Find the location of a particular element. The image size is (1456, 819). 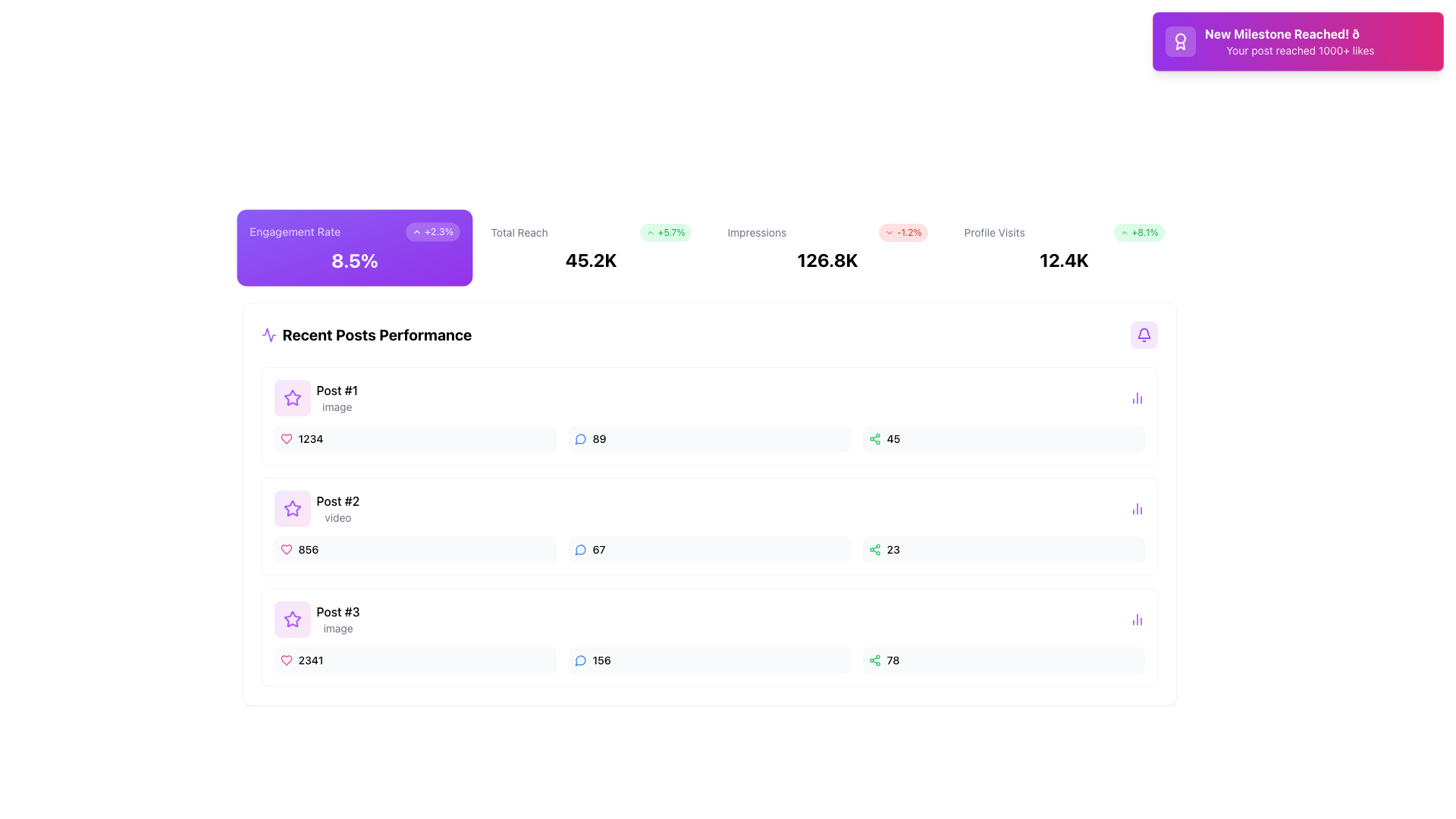

displayed numerical count indicating the number of comments or interactions associated with a post in the 'Recent Posts Performance' section is located at coordinates (598, 438).